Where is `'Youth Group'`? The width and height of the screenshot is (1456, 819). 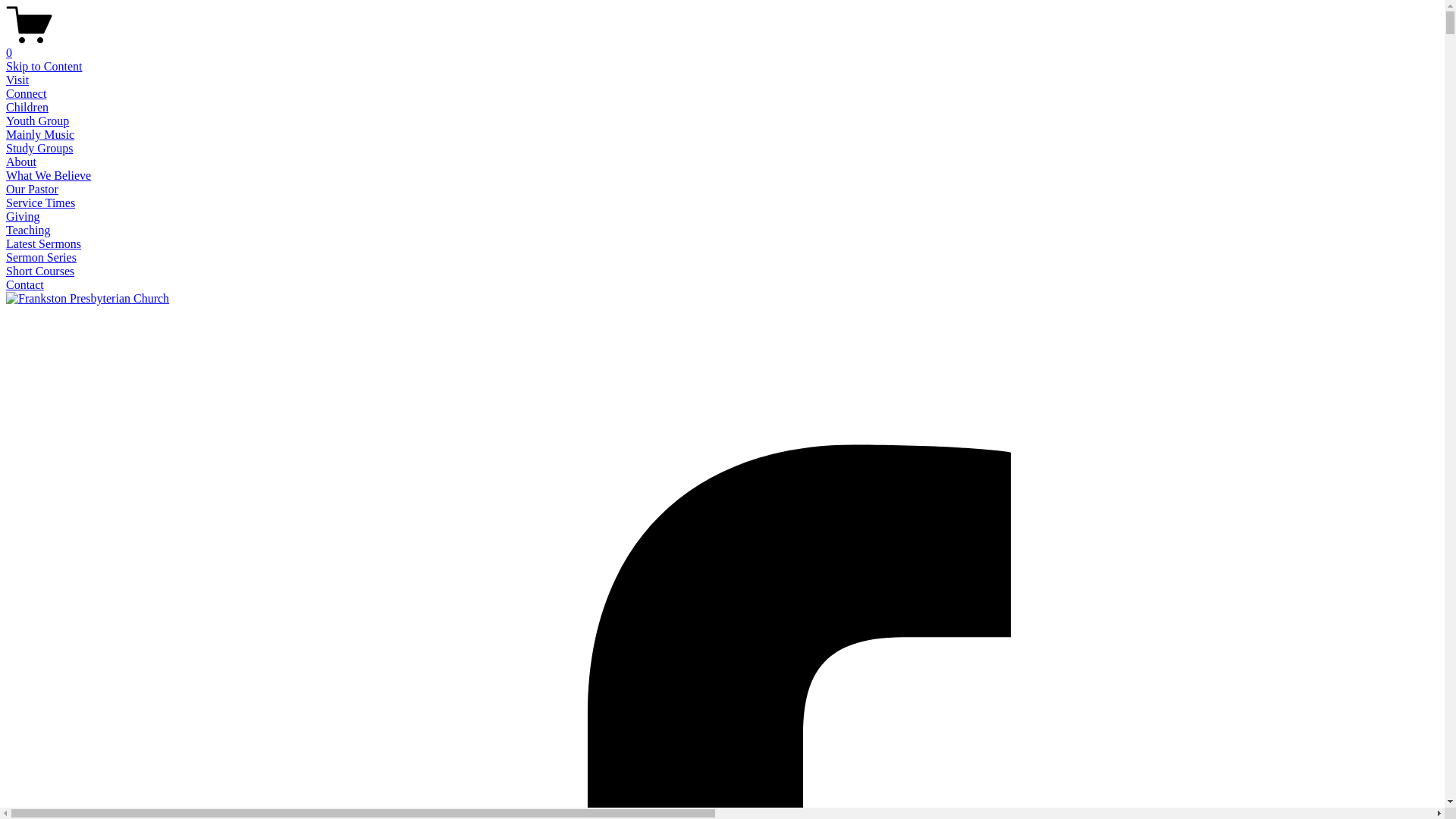 'Youth Group' is located at coordinates (37, 120).